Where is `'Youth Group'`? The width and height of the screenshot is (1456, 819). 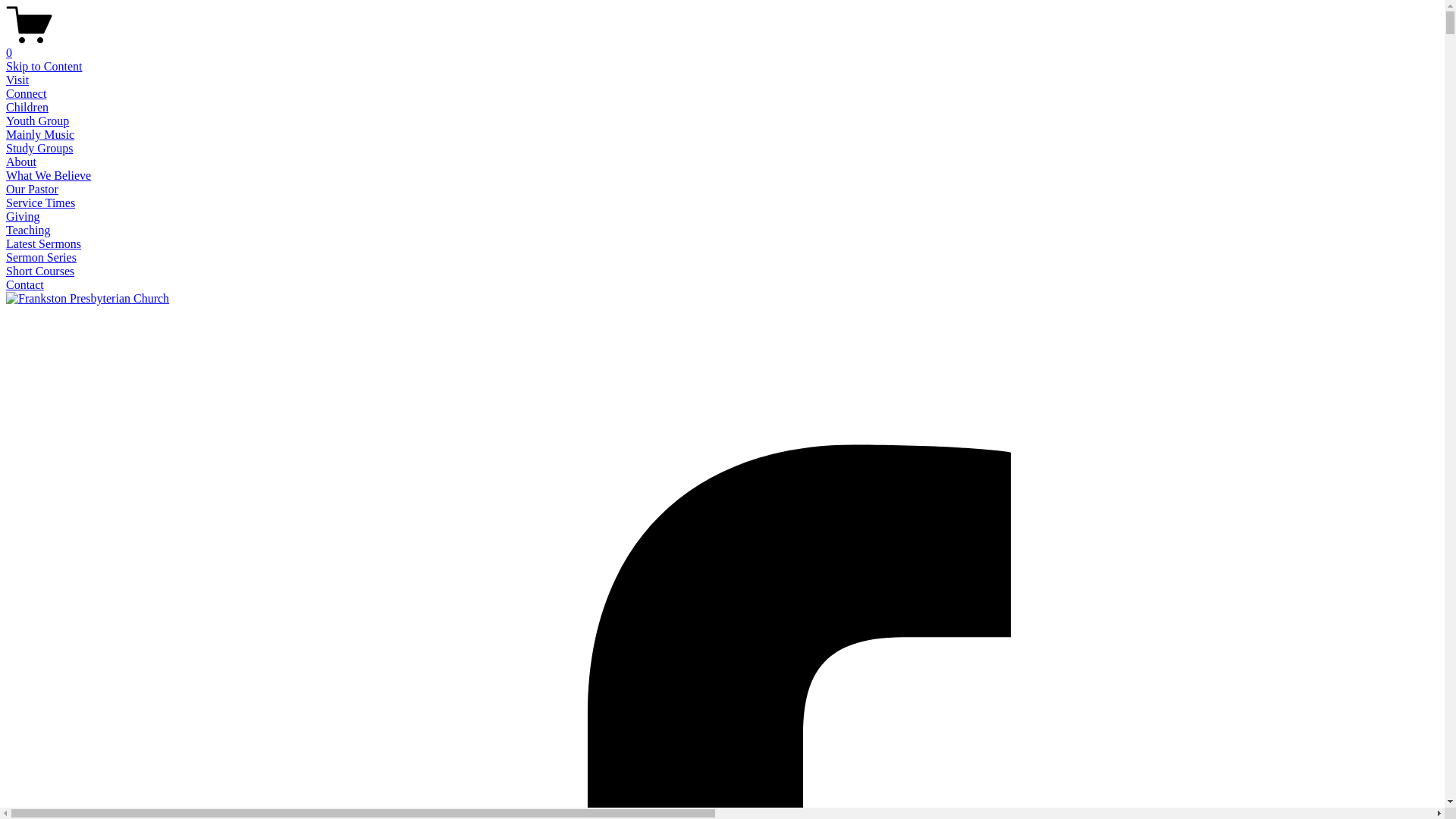 'Youth Group' is located at coordinates (37, 120).